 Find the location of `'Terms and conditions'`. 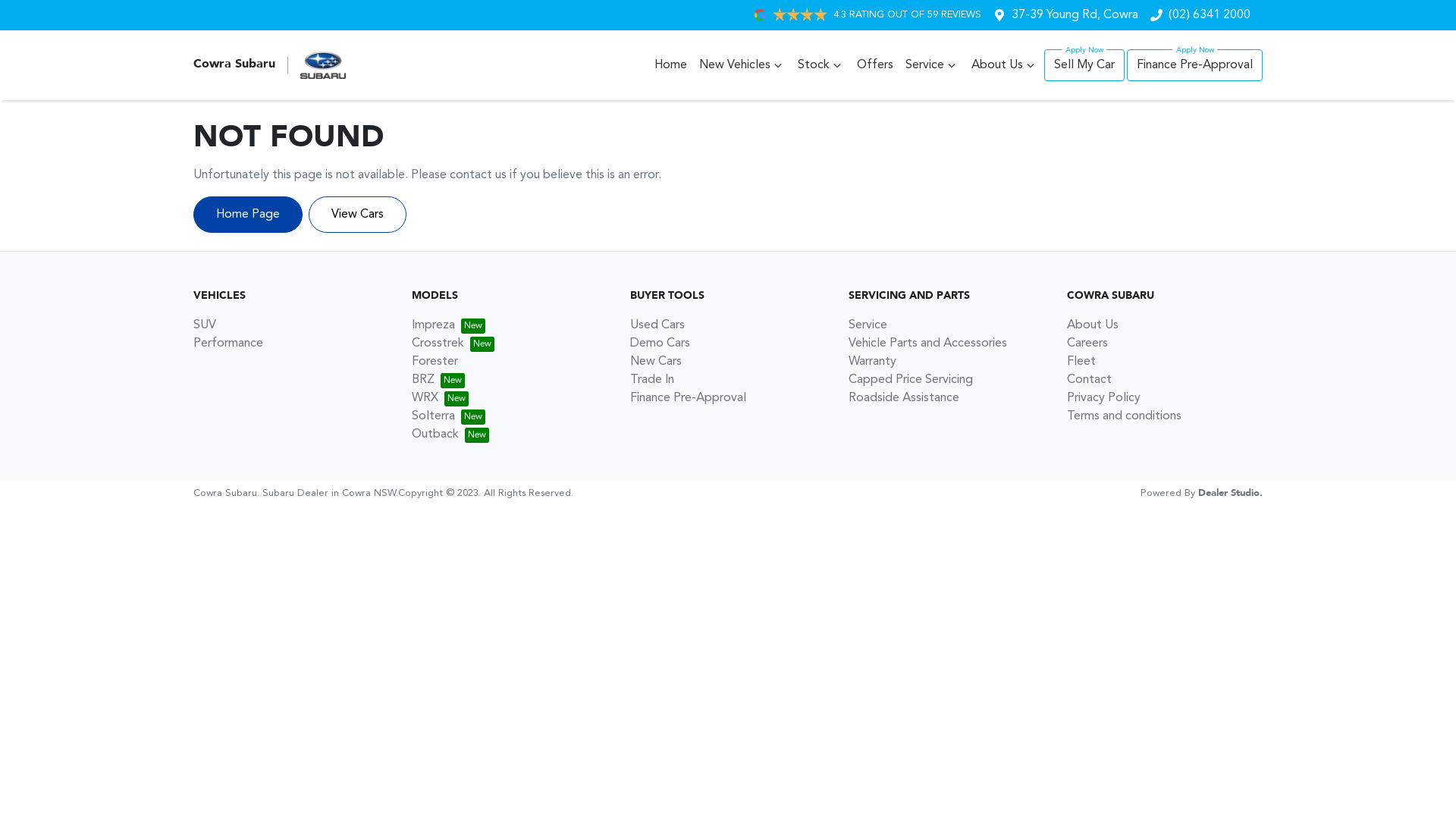

'Terms and conditions' is located at coordinates (1124, 416).